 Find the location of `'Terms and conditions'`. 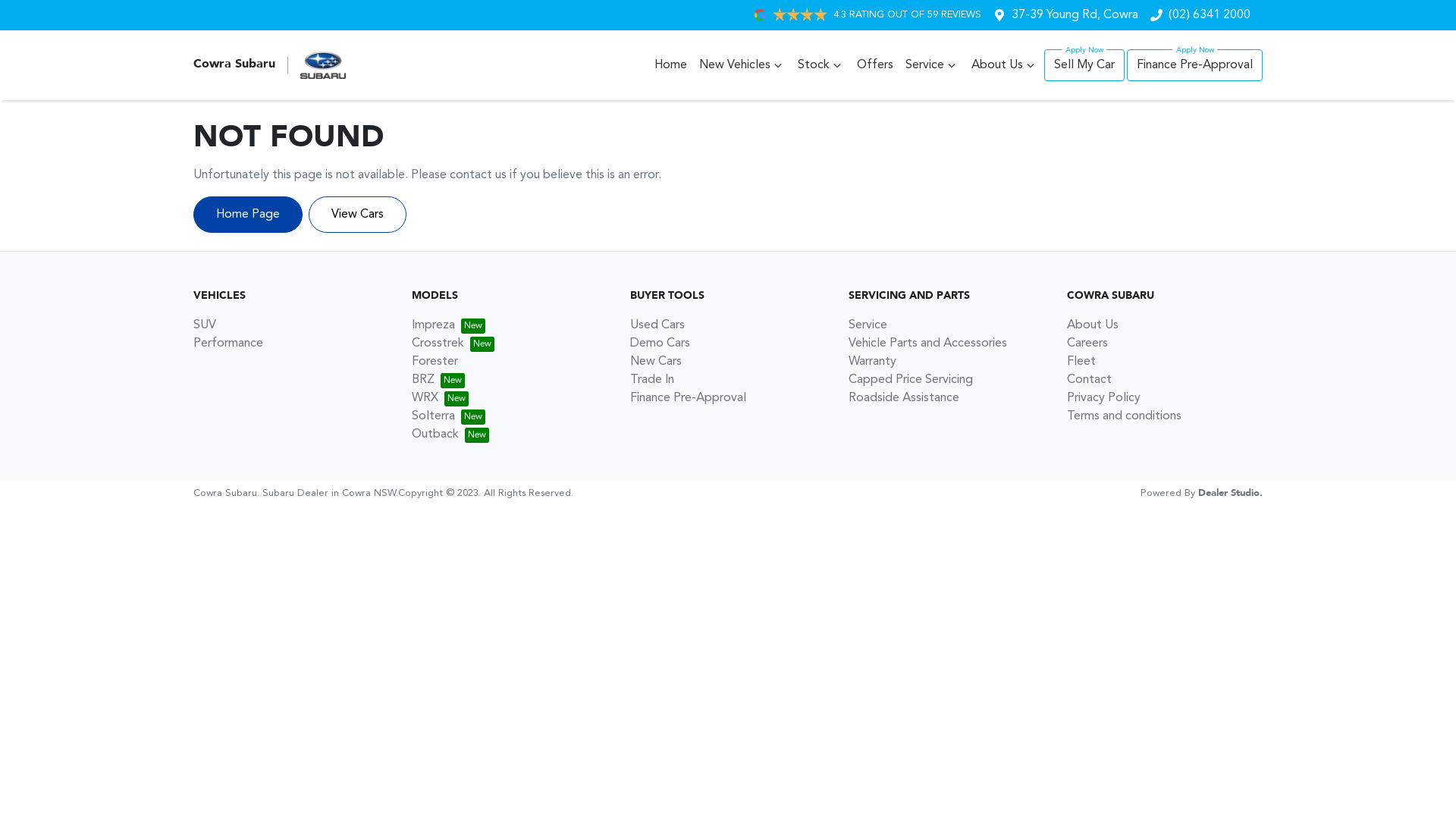

'Terms and conditions' is located at coordinates (1124, 416).